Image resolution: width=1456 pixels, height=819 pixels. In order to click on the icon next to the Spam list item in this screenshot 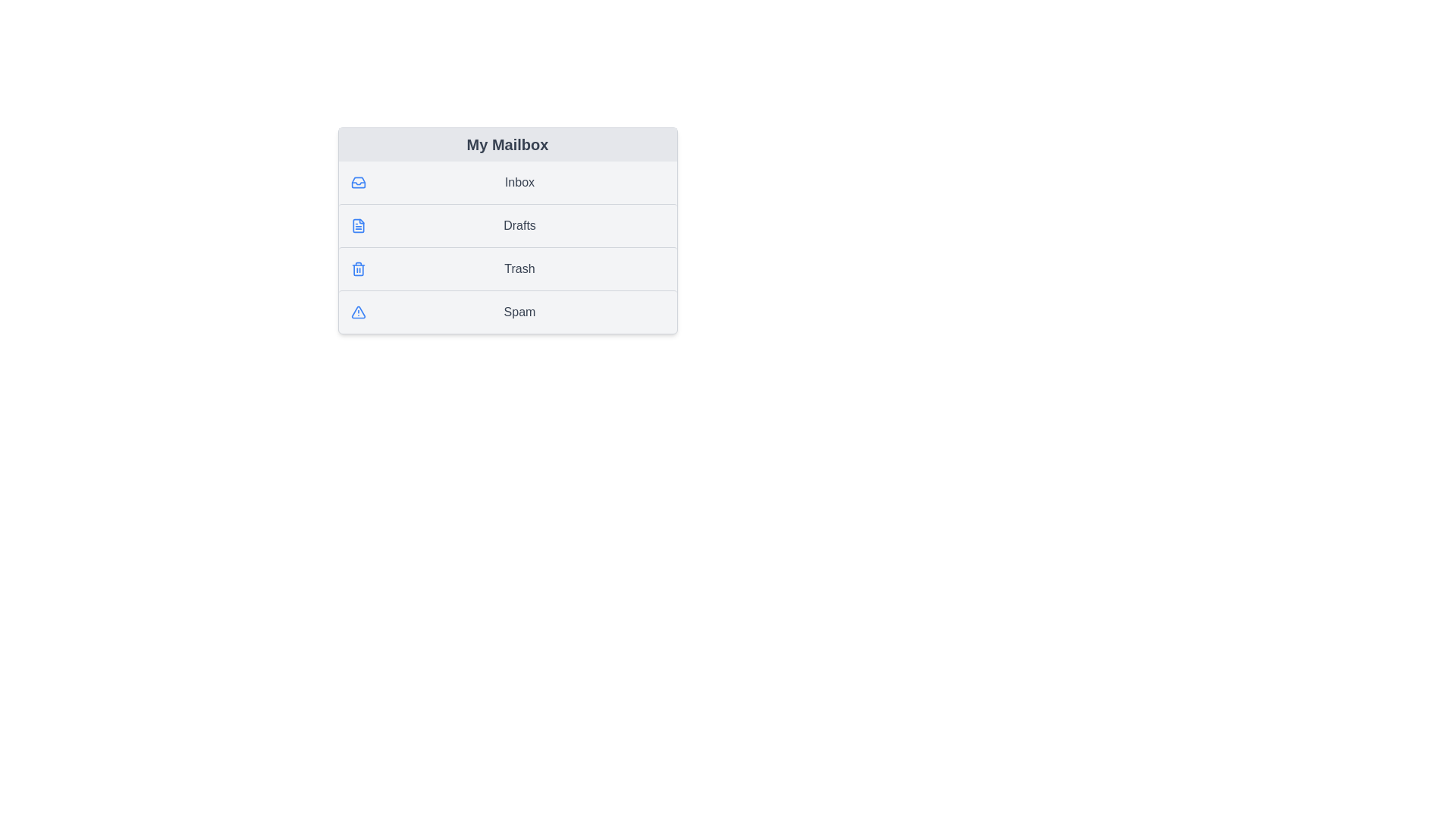, I will do `click(357, 312)`.